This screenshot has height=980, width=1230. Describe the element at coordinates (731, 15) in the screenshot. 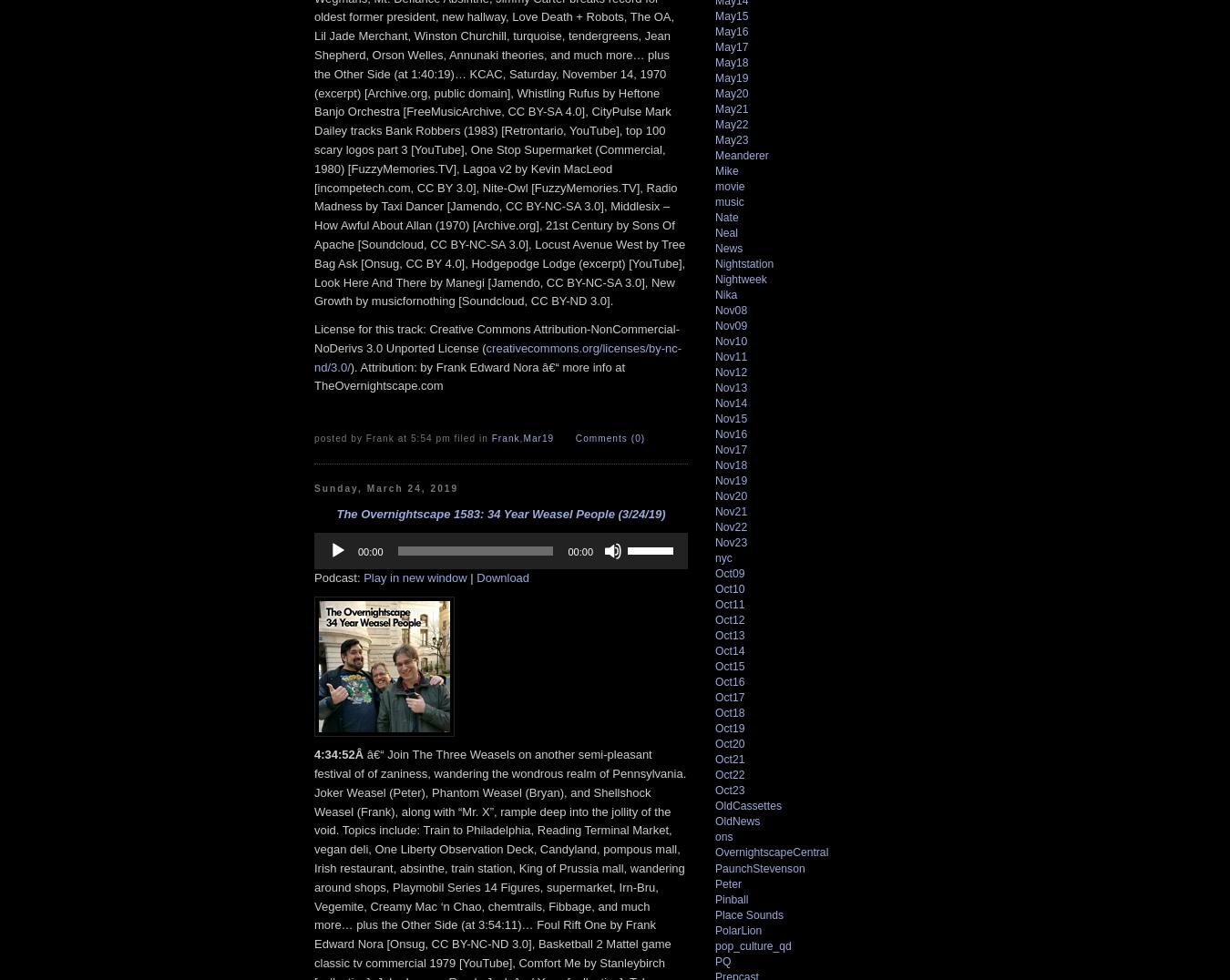

I see `'May15'` at that location.